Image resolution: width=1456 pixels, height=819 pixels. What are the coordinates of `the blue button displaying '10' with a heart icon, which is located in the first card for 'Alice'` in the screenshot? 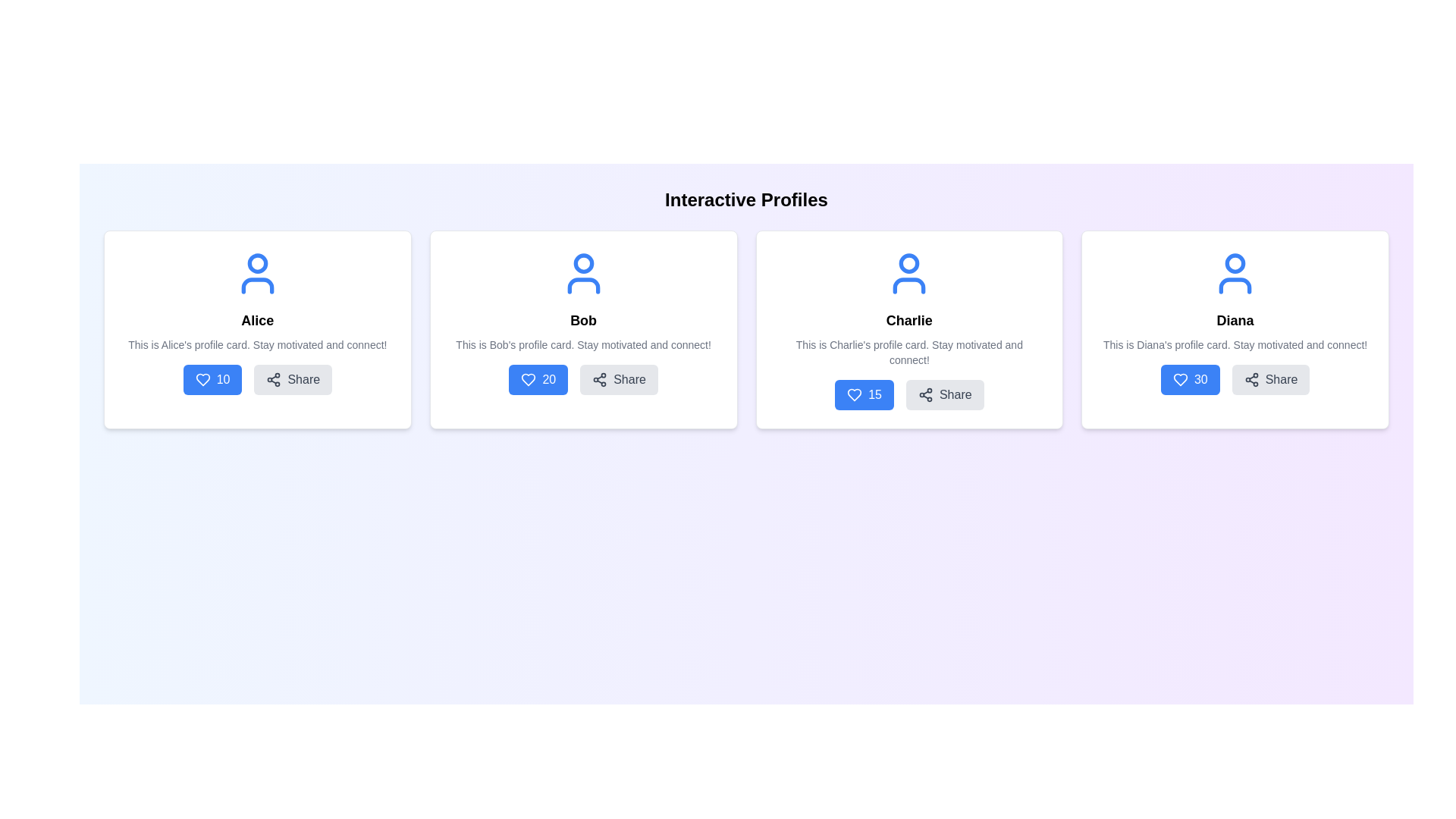 It's located at (212, 379).